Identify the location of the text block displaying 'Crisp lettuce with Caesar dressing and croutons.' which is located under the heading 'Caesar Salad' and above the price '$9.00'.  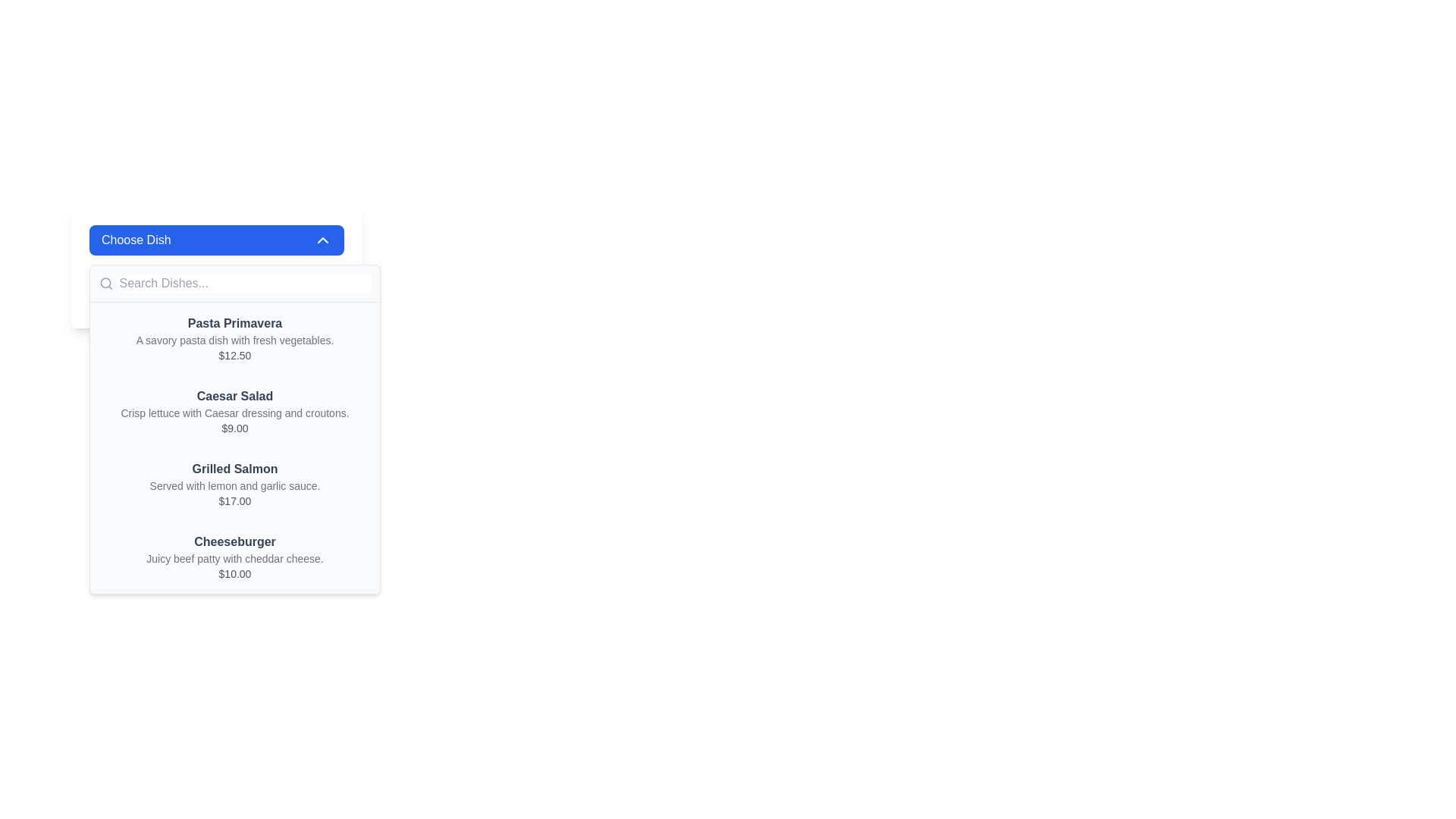
(234, 413).